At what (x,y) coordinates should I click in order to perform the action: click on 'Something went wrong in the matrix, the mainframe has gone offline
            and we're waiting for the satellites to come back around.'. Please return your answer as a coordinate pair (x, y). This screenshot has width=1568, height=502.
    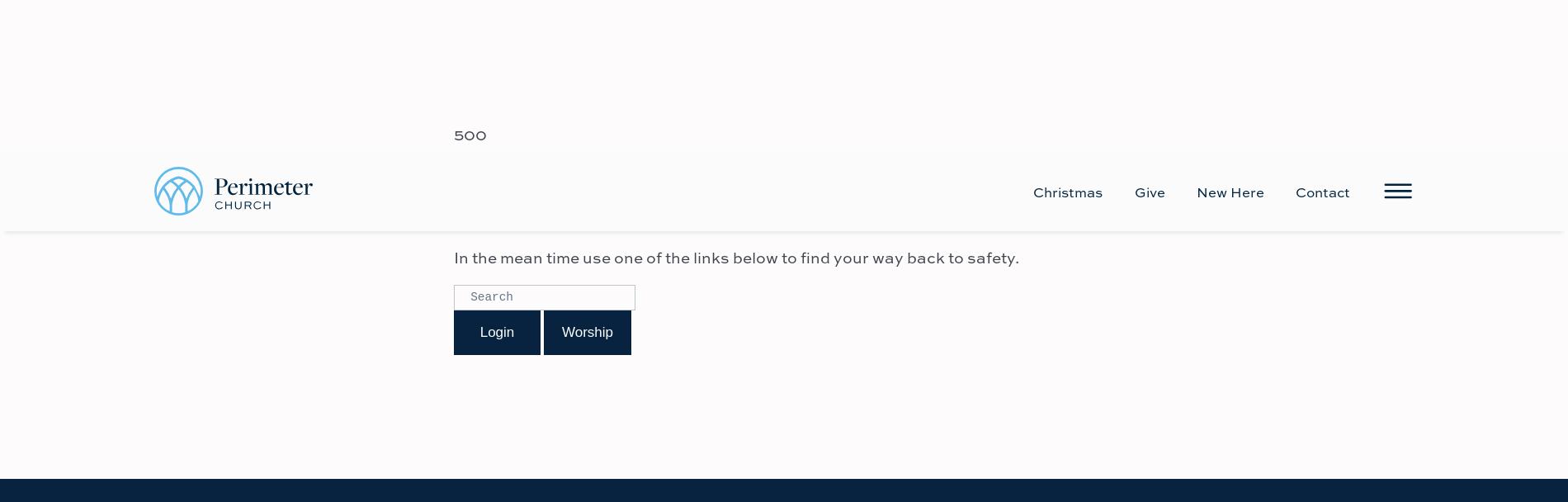
    Looking at the image, I should click on (780, 43).